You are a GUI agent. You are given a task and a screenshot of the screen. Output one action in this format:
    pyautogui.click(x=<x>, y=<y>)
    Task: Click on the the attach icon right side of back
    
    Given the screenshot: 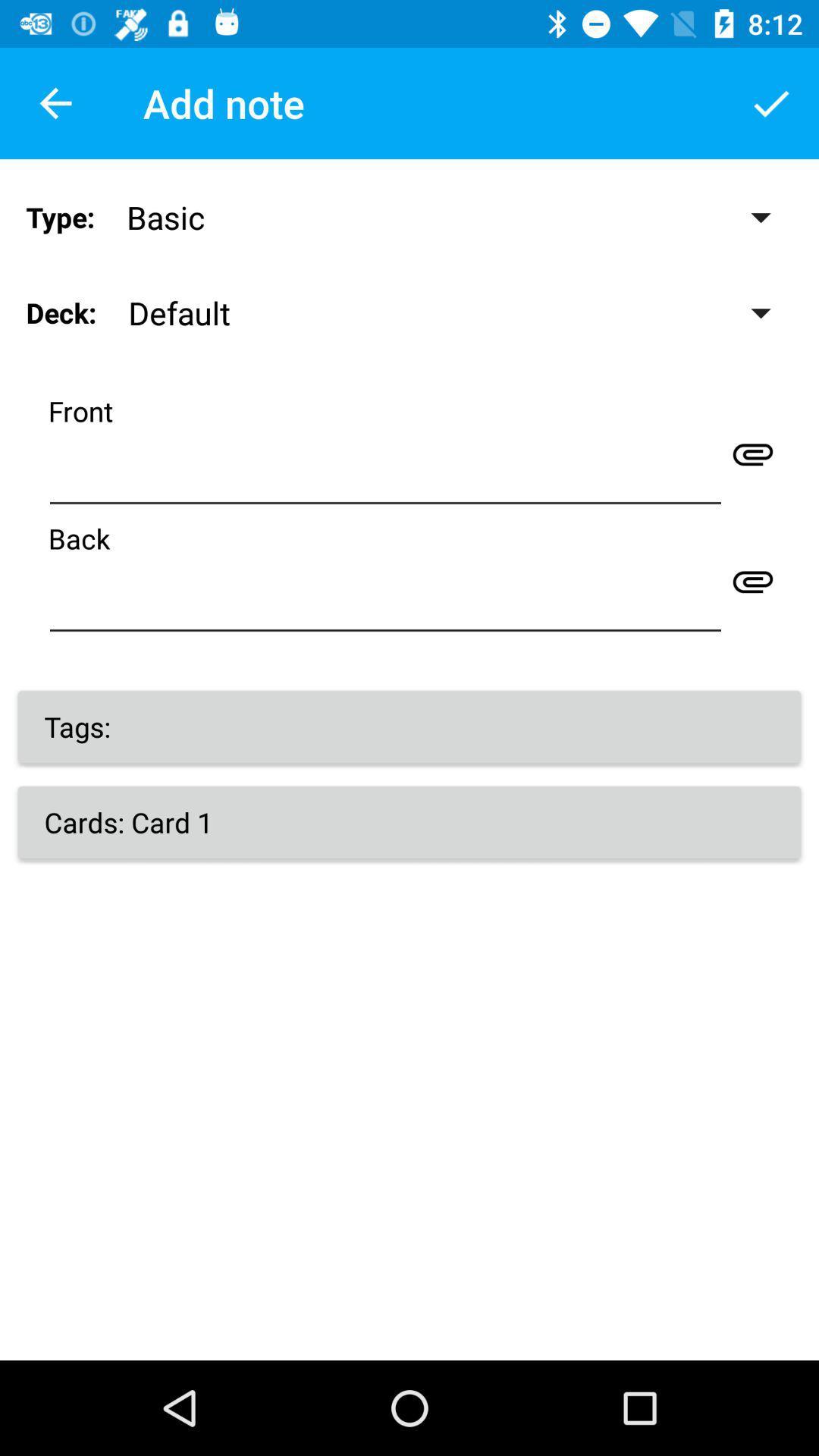 What is the action you would take?
    pyautogui.click(x=753, y=580)
    